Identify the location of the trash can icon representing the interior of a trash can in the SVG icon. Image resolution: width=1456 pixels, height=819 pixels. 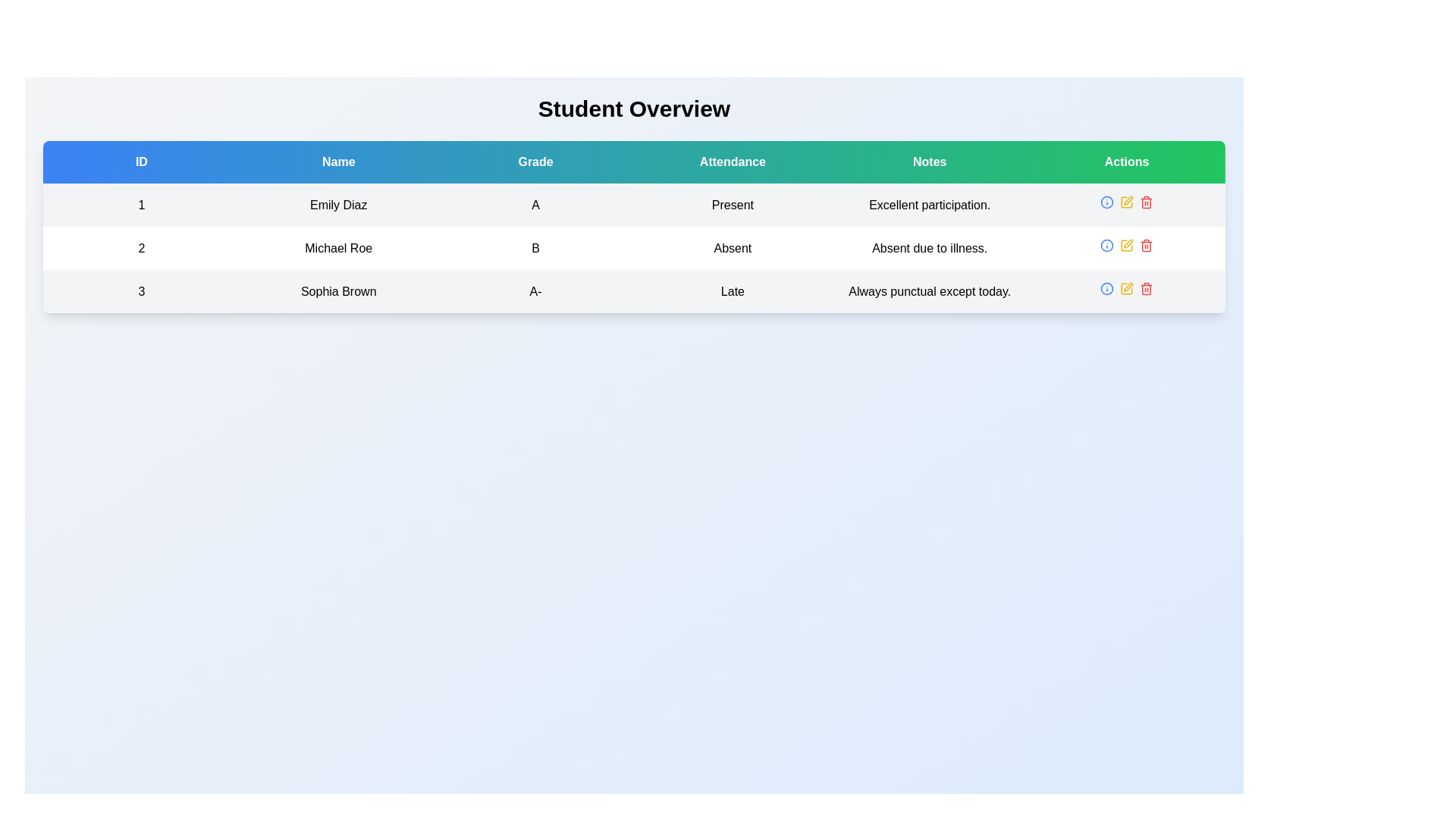
(1147, 290).